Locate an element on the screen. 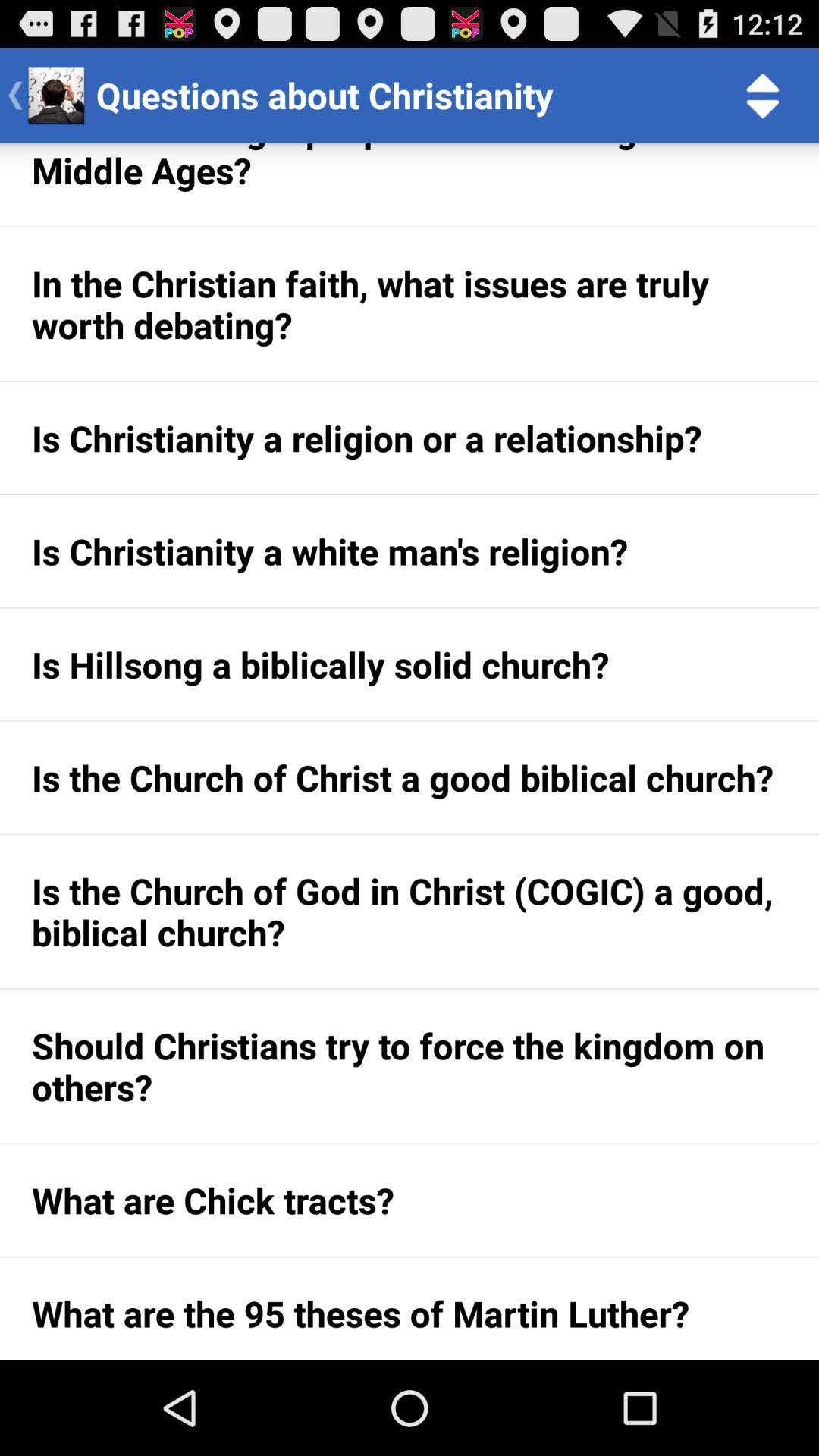 This screenshot has height=1456, width=819. icon at the top right corner is located at coordinates (763, 94).